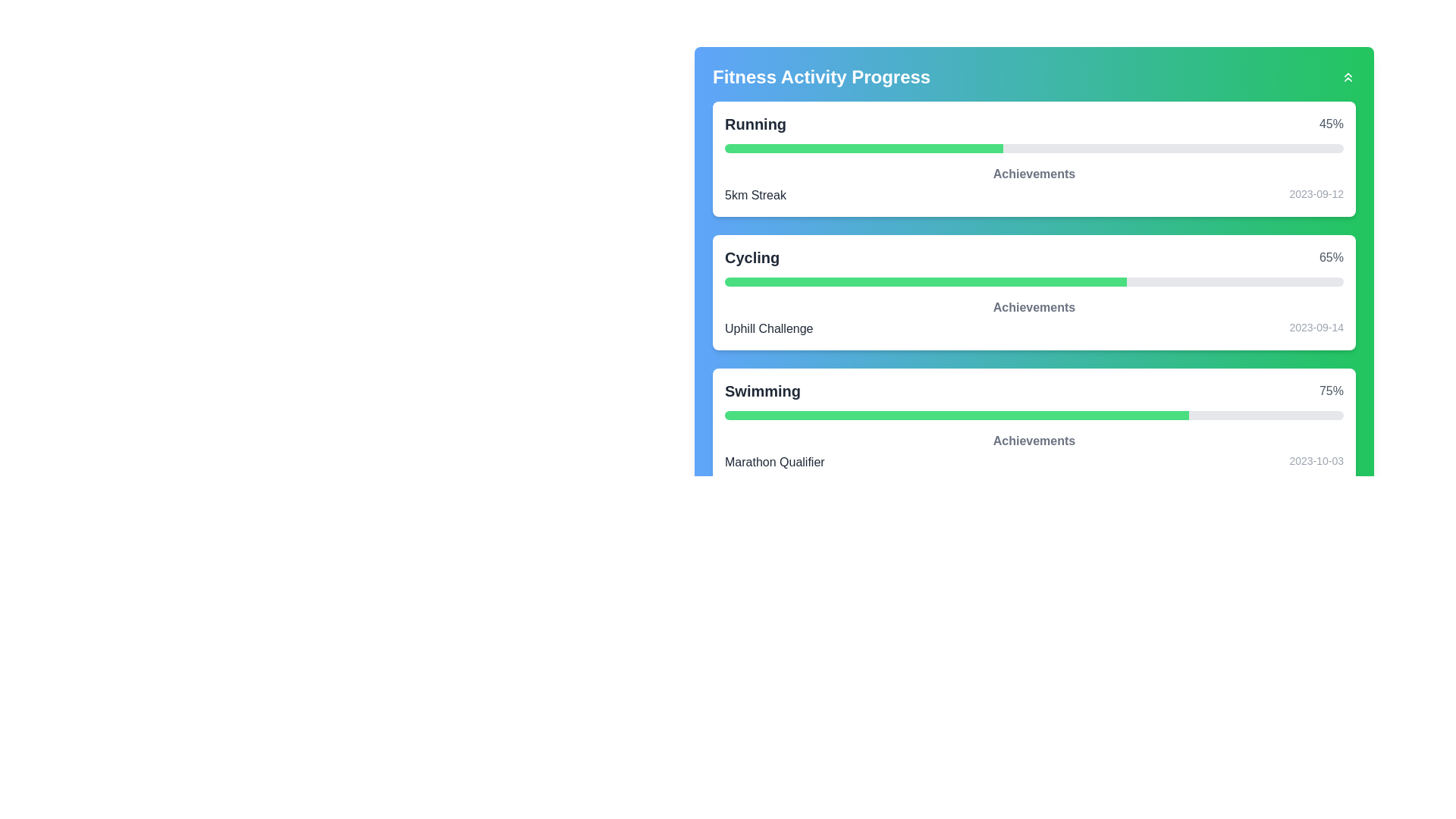 This screenshot has width=1456, height=819. Describe the element at coordinates (864, 149) in the screenshot. I see `the progress bar representing the 'Running' activity, located at the top of the vertical list of progress bars` at that location.